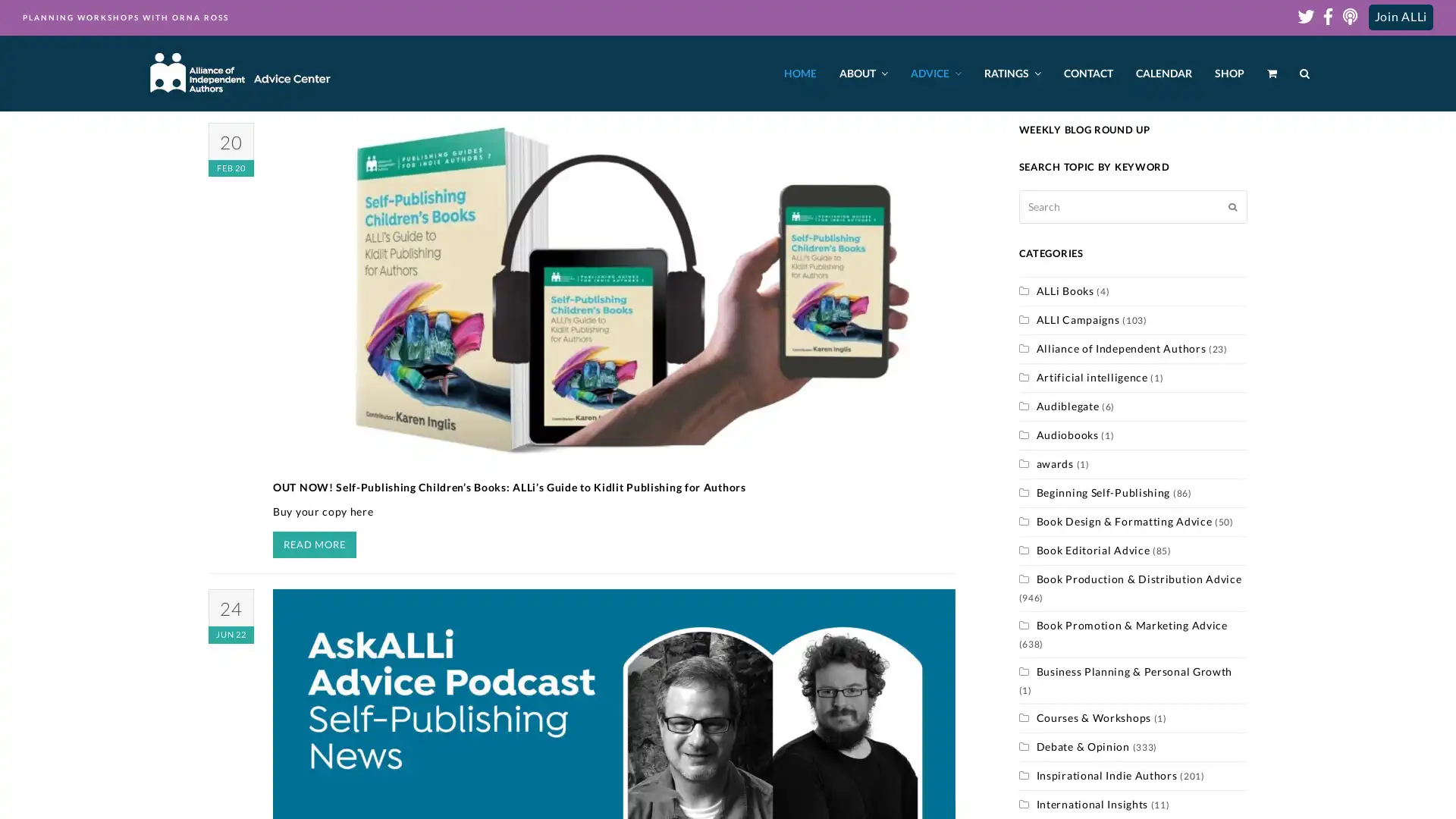 The width and height of the screenshot is (1456, 819). What do you see at coordinates (1232, 206) in the screenshot?
I see `SUBMIT` at bounding box center [1232, 206].